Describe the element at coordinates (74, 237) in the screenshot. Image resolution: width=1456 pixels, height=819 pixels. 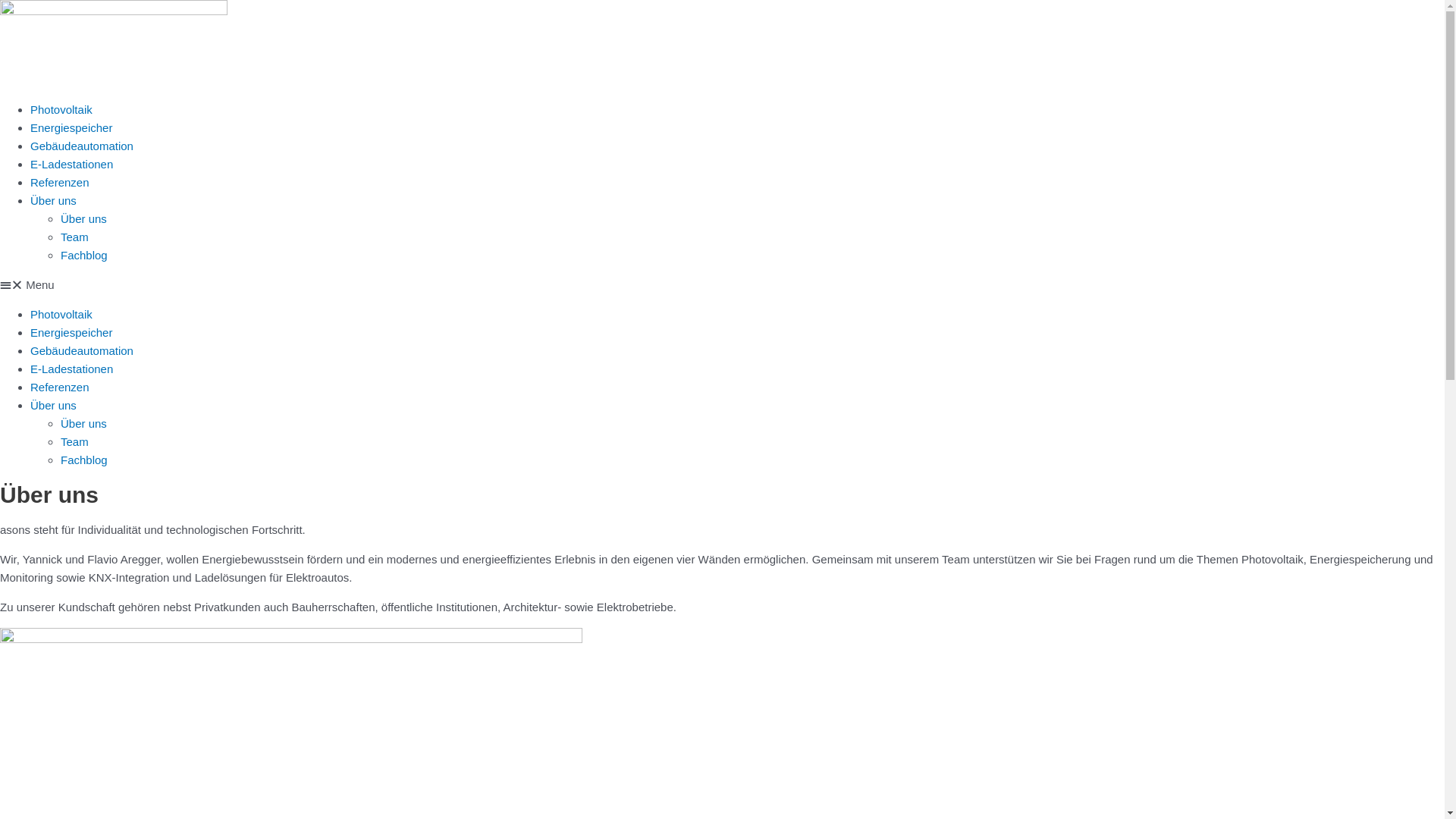
I see `'Team'` at that location.